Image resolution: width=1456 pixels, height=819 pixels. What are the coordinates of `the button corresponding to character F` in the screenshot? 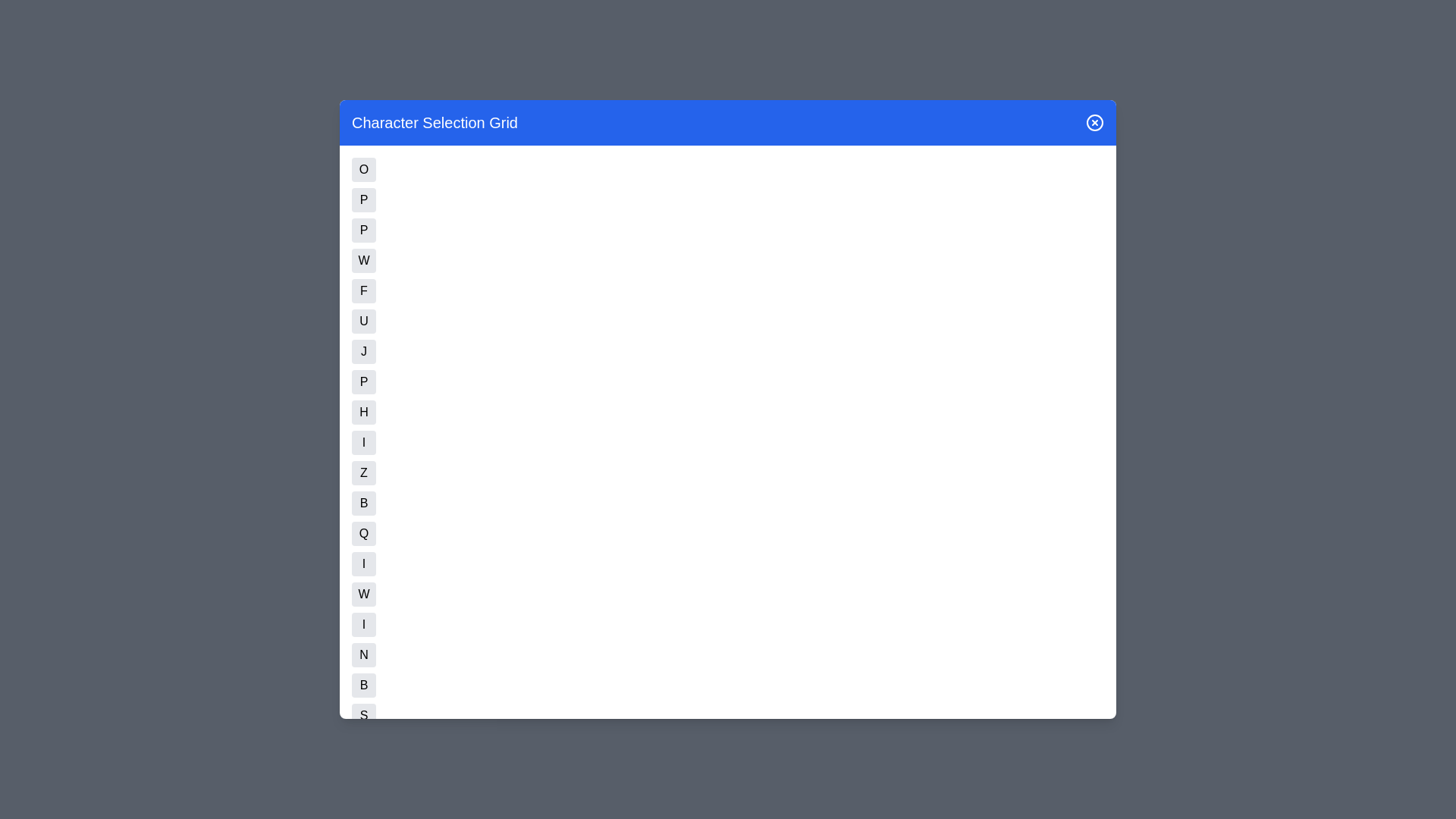 It's located at (364, 291).